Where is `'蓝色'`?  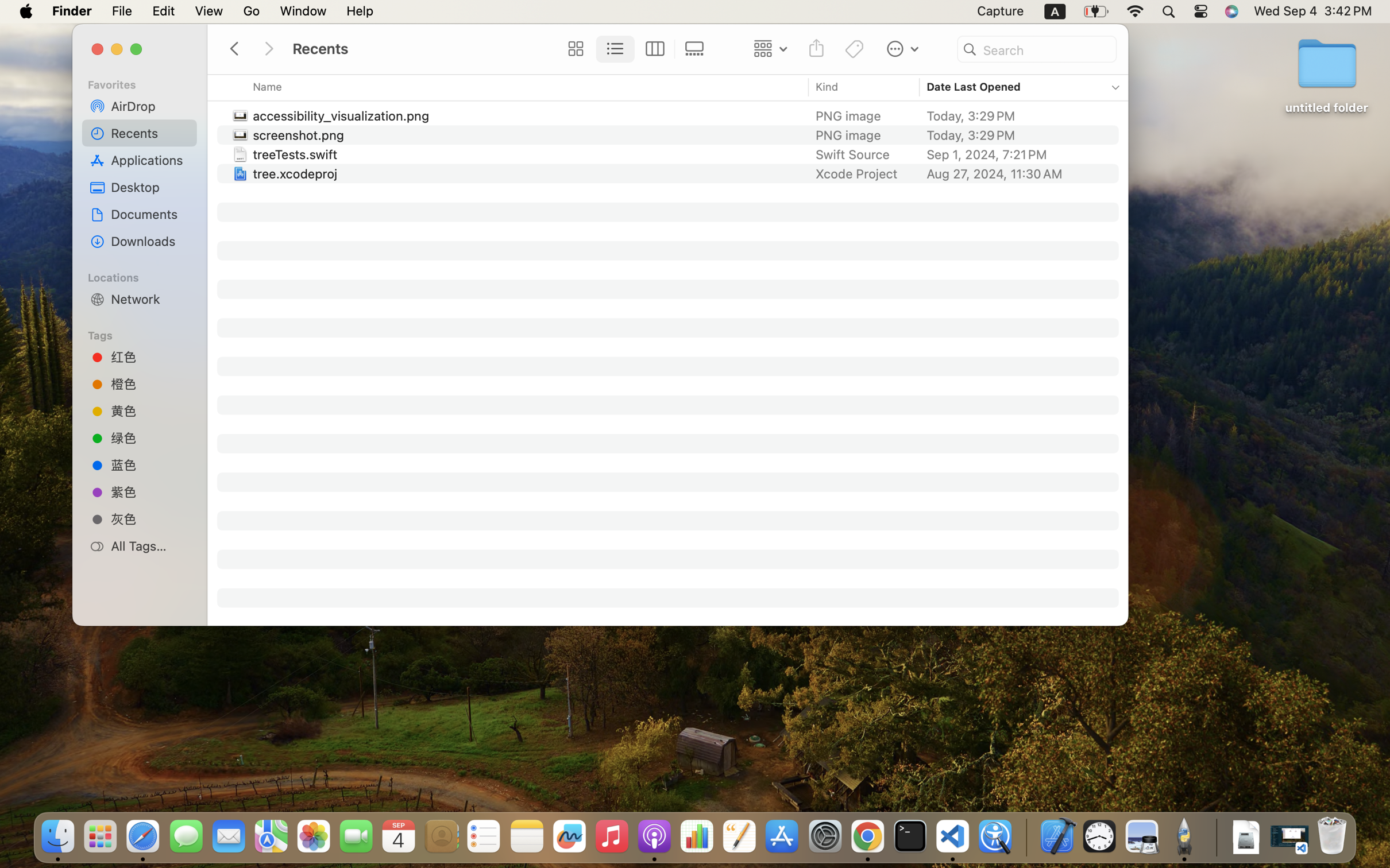 '蓝色' is located at coordinates (149, 464).